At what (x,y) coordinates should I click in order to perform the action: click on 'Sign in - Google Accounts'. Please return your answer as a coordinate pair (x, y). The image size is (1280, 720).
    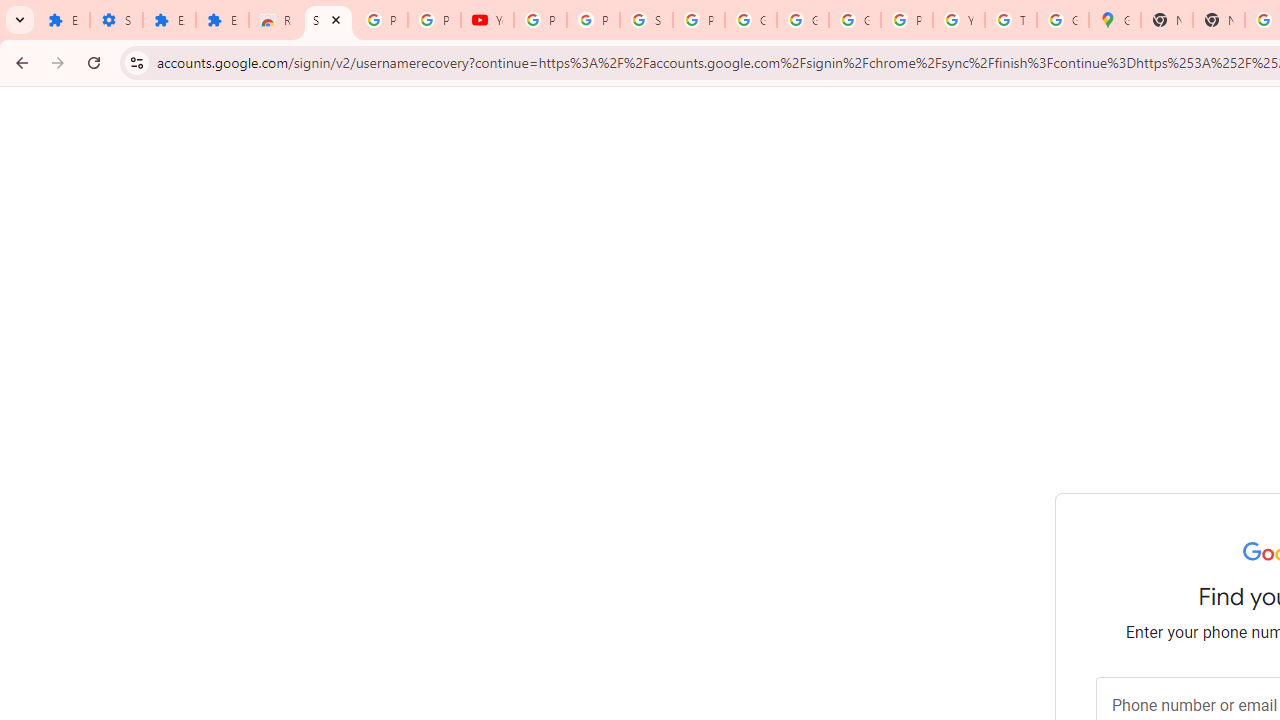
    Looking at the image, I should click on (328, 20).